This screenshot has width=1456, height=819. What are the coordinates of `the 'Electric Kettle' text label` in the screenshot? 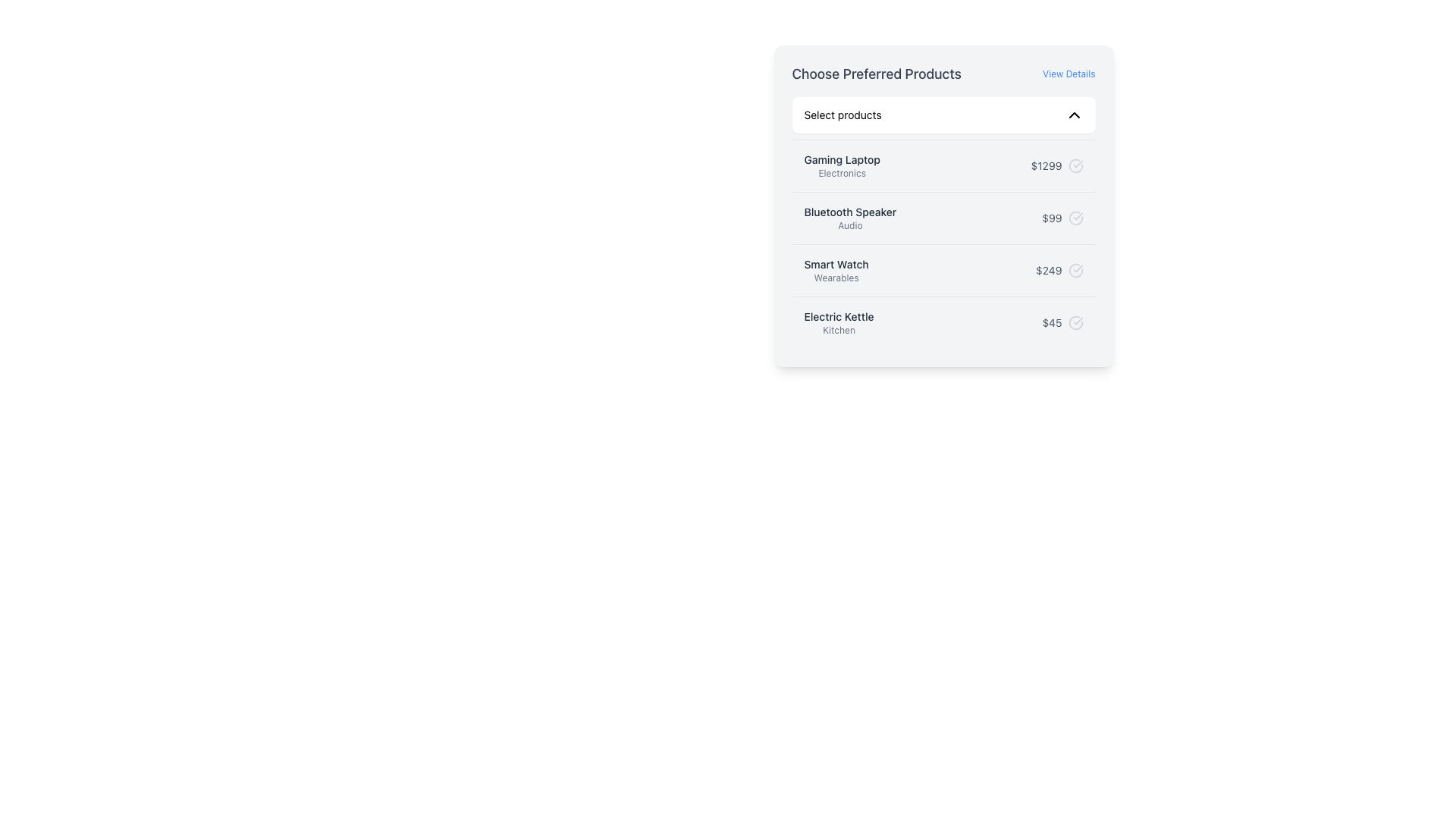 It's located at (838, 315).